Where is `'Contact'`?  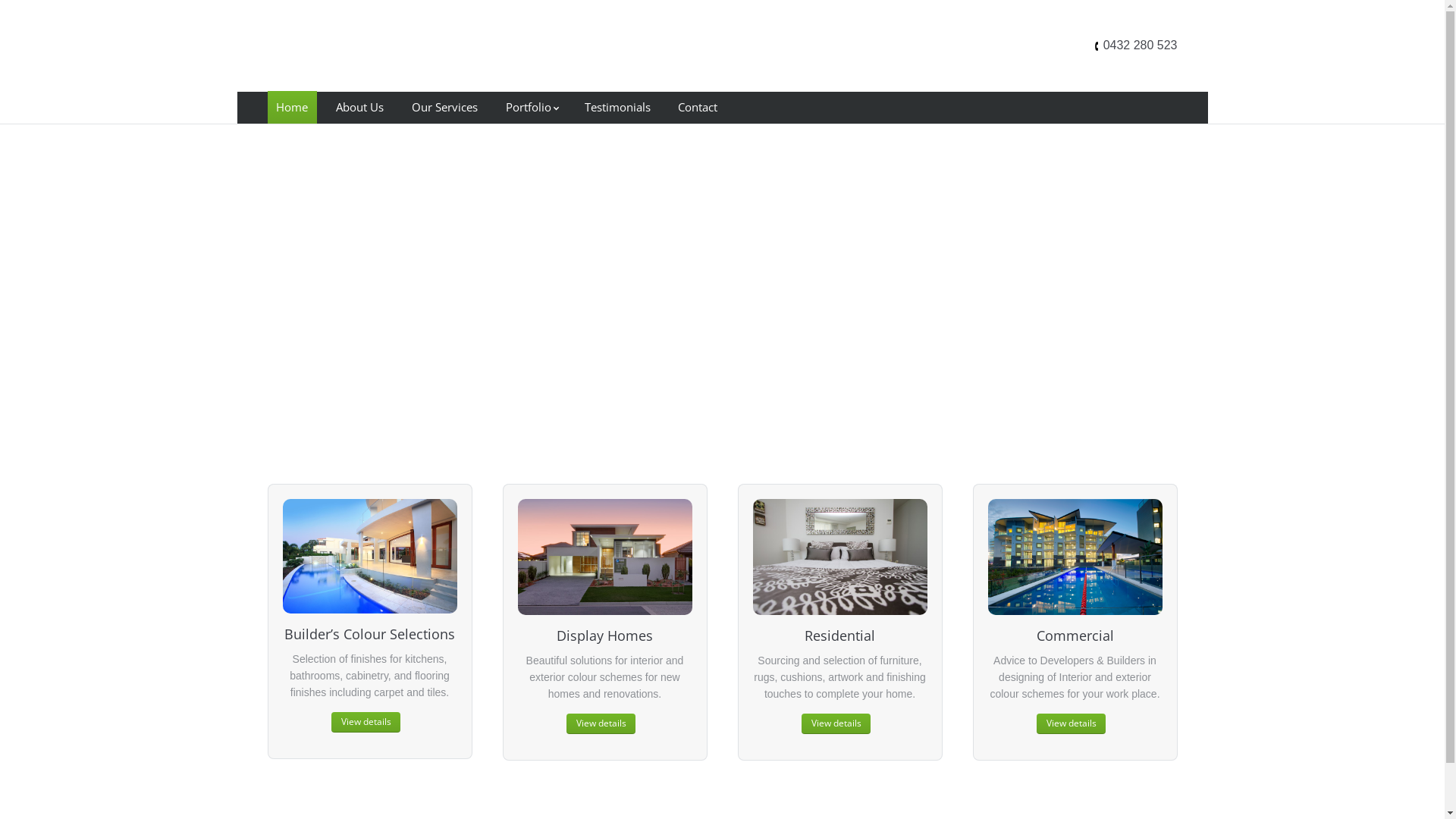 'Contact' is located at coordinates (697, 106).